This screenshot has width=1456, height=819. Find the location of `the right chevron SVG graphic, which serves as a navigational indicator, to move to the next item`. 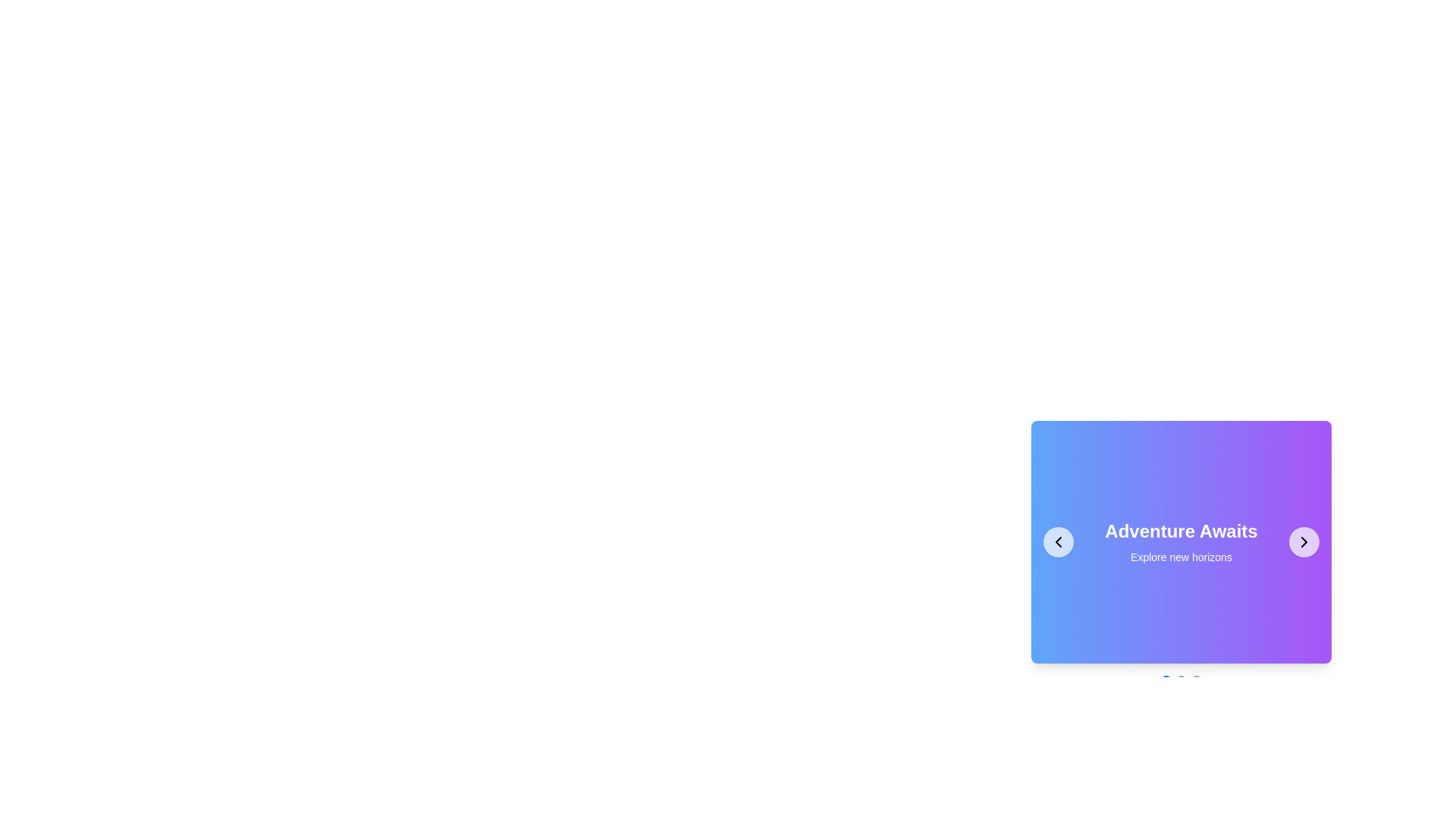

the right chevron SVG graphic, which serves as a navigational indicator, to move to the next item is located at coordinates (1303, 541).